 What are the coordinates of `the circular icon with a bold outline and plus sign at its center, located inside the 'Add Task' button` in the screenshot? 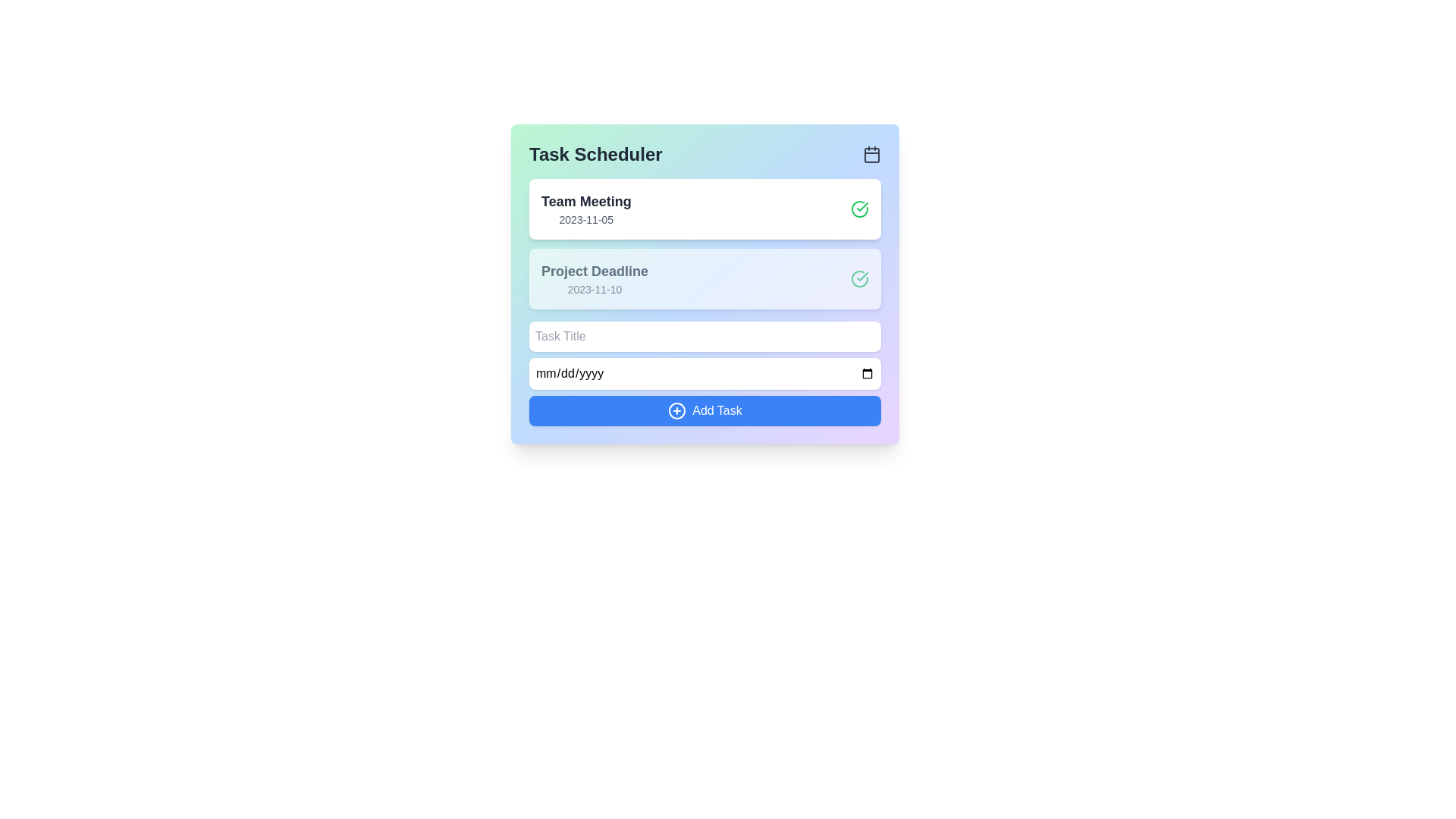 It's located at (676, 411).